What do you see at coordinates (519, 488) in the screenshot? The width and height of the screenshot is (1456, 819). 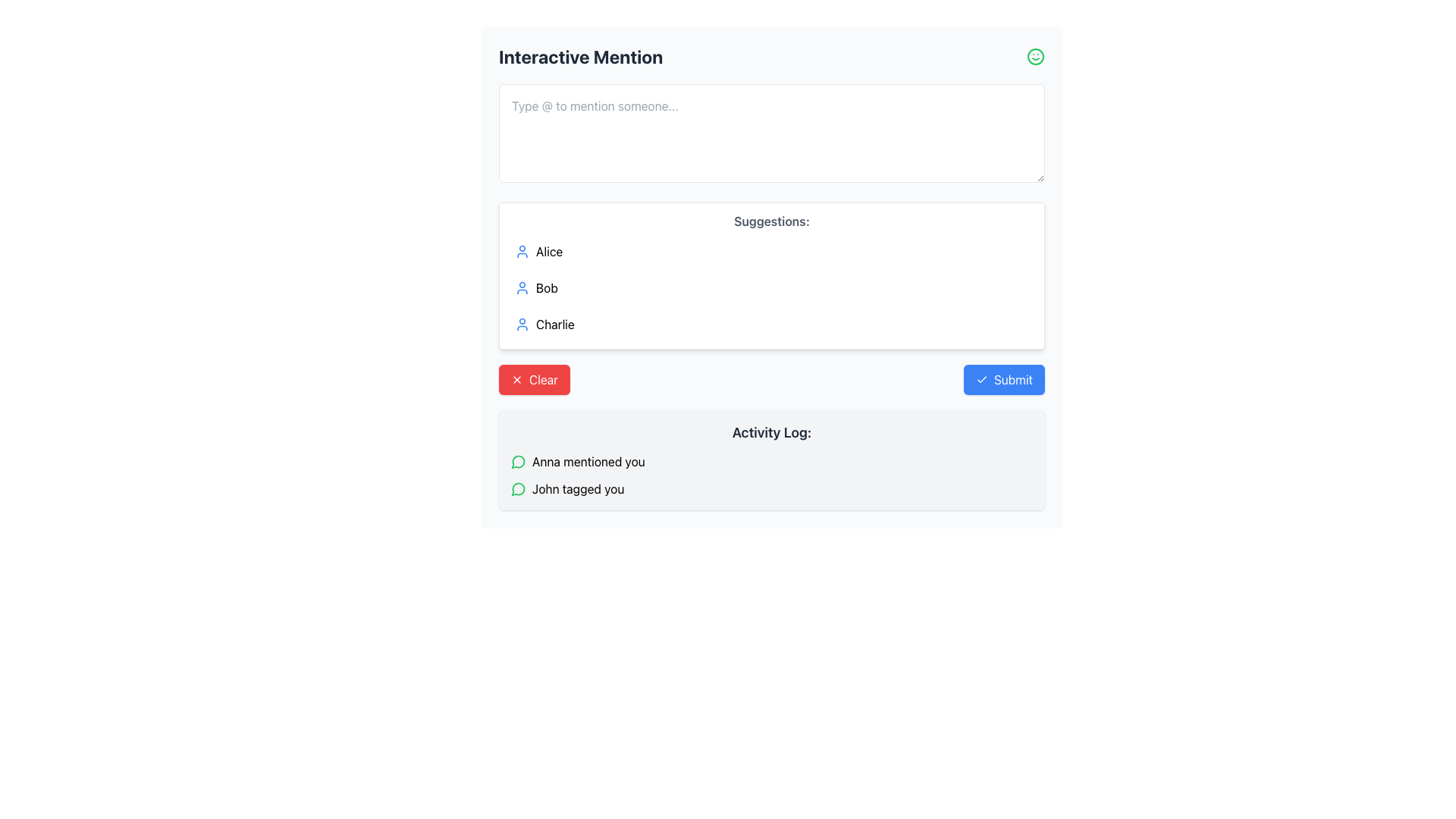 I see `the icon located in the 'Activity Log' section, specifically to the left of the text 'John tagged you'` at bounding box center [519, 488].